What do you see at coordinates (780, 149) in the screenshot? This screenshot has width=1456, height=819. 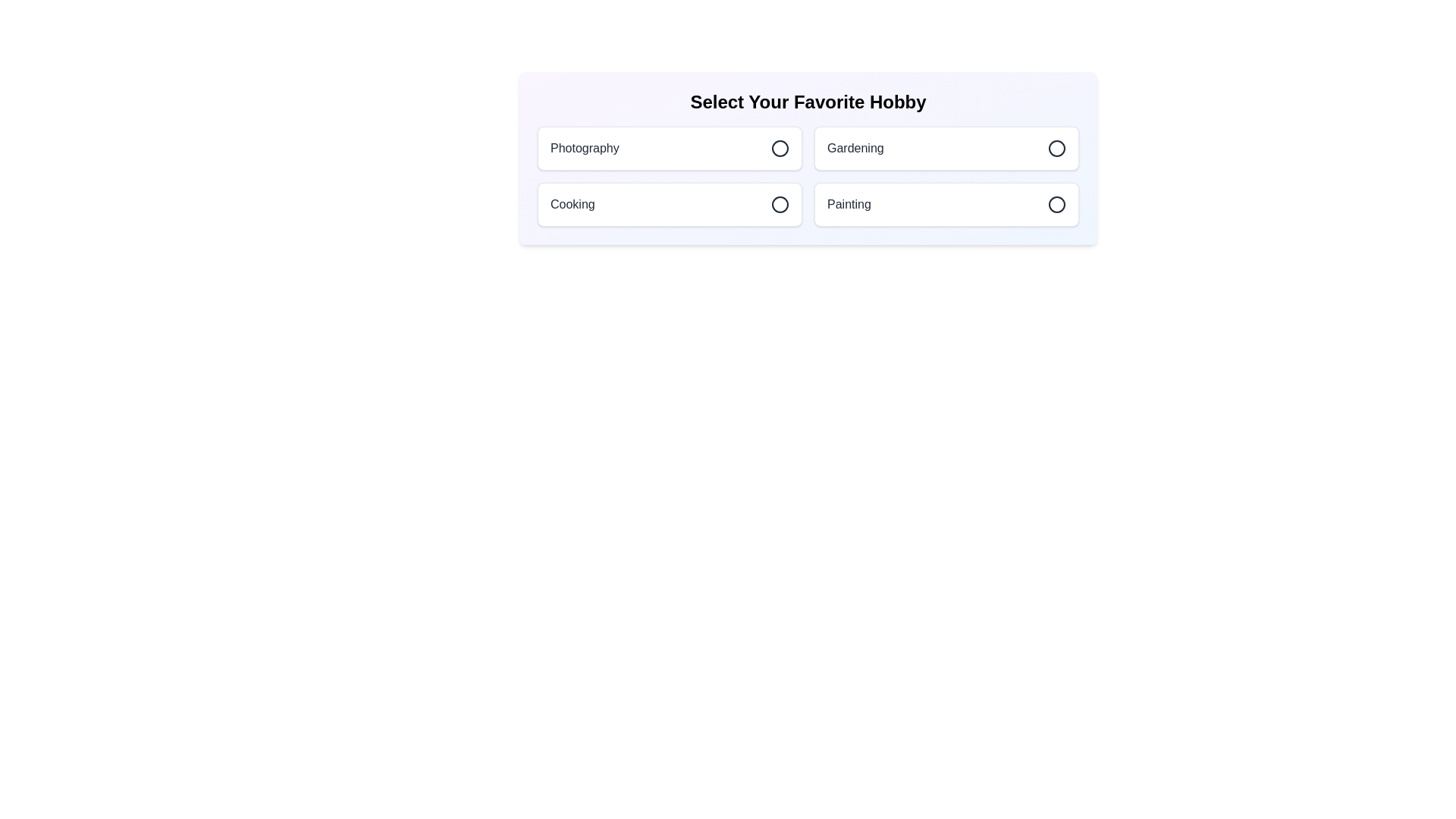 I see `the SVG circle graphical element that functions as a radio button selection indicator adjacent to the text 'Photography'` at bounding box center [780, 149].